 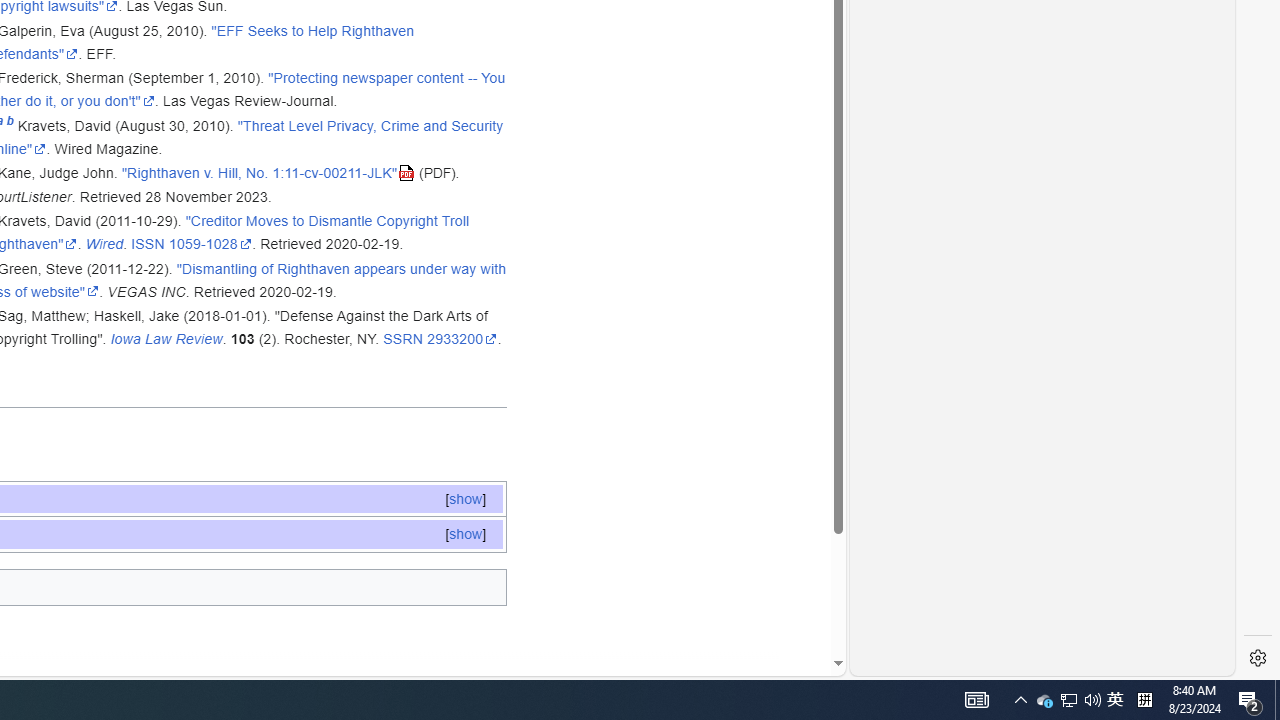 What do you see at coordinates (402, 338) in the screenshot?
I see `'SSRN'` at bounding box center [402, 338].